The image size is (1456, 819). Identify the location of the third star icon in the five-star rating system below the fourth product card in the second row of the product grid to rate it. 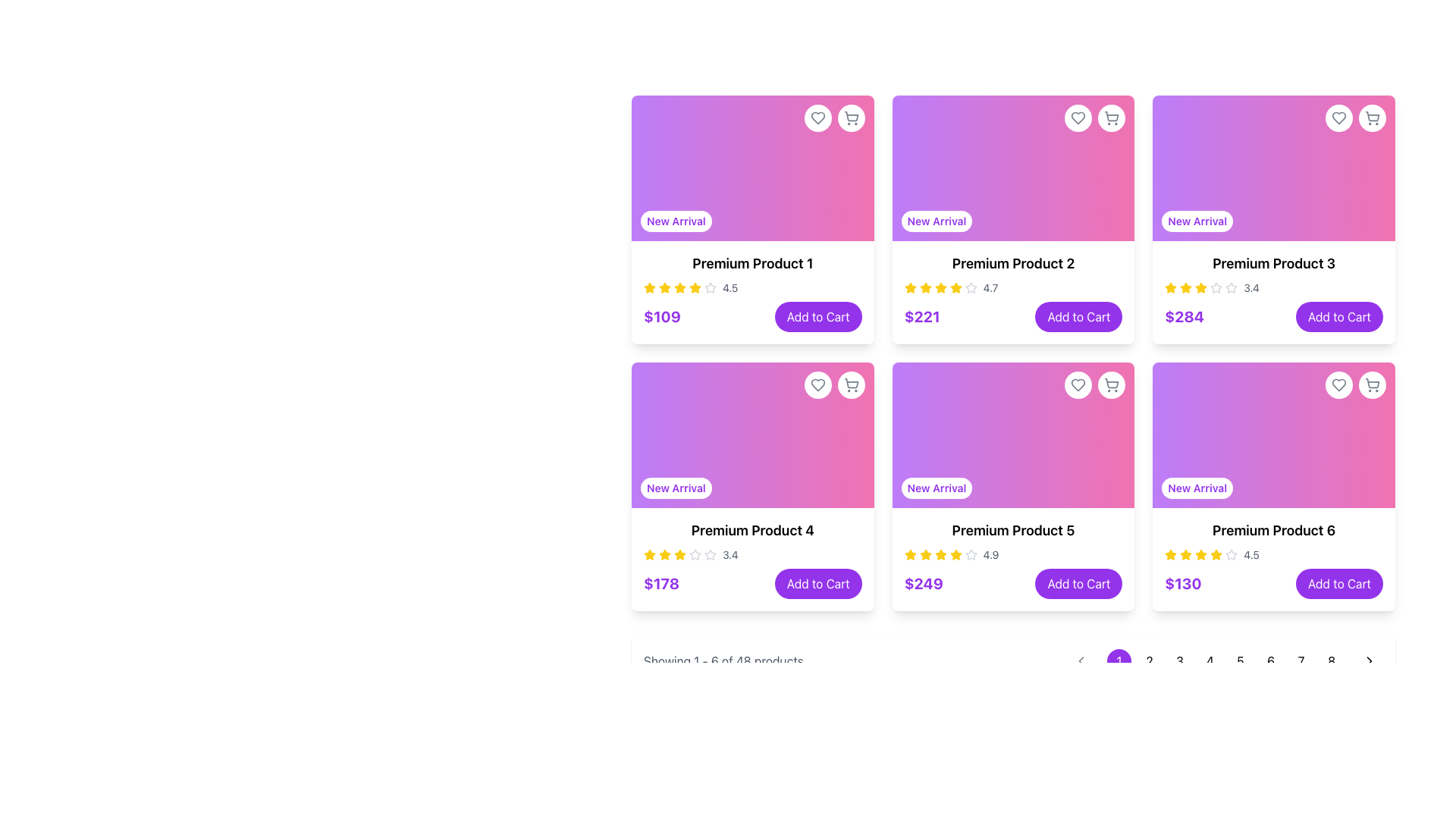
(694, 554).